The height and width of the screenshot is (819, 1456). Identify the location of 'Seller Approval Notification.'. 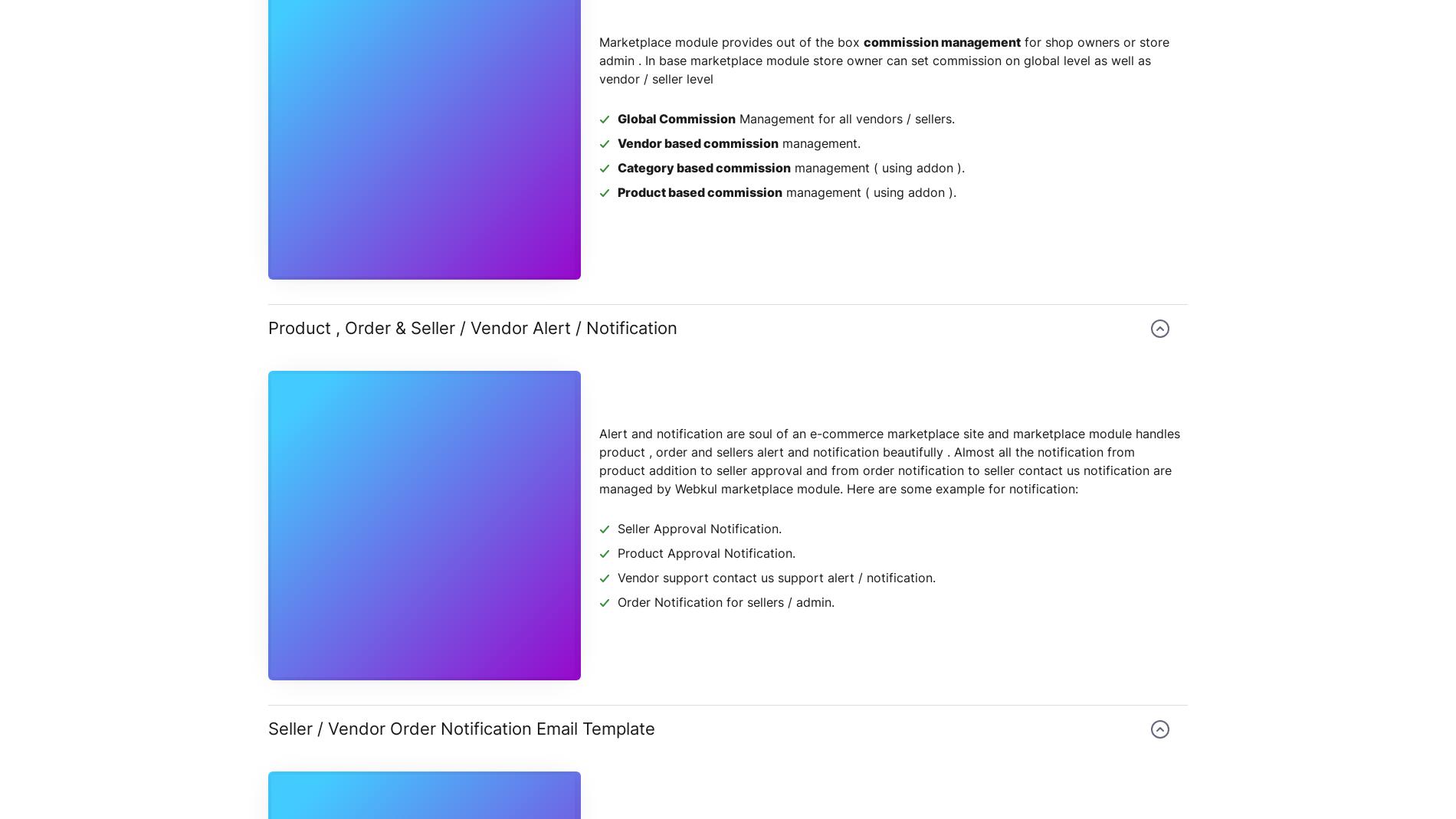
(698, 528).